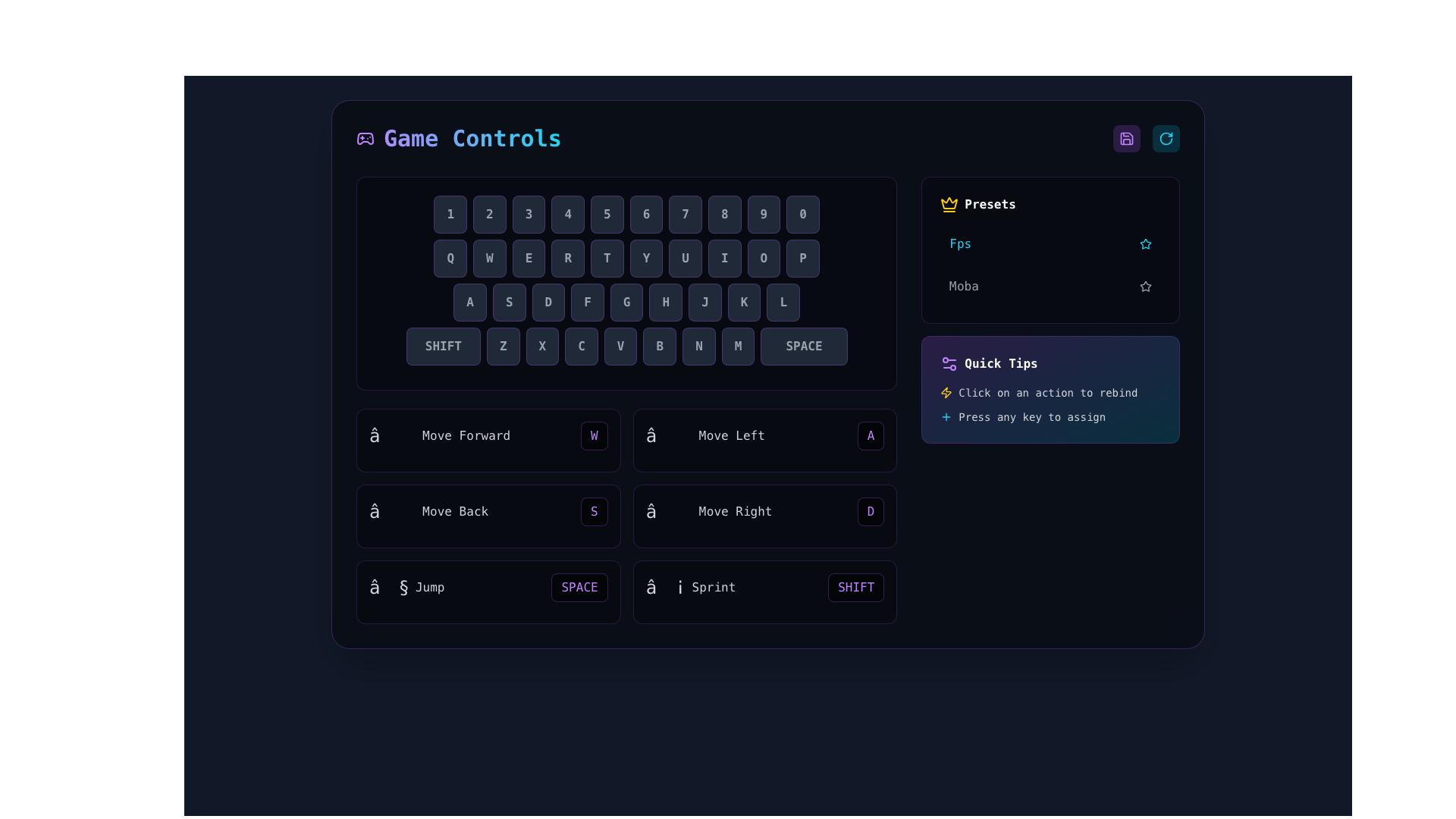 The width and height of the screenshot is (1456, 819). Describe the element at coordinates (406, 587) in the screenshot. I see `the 'Jump' composite label element, which displays the symbol '§' and is located in the control instruction list on the lower portion of the game settings interface` at that location.